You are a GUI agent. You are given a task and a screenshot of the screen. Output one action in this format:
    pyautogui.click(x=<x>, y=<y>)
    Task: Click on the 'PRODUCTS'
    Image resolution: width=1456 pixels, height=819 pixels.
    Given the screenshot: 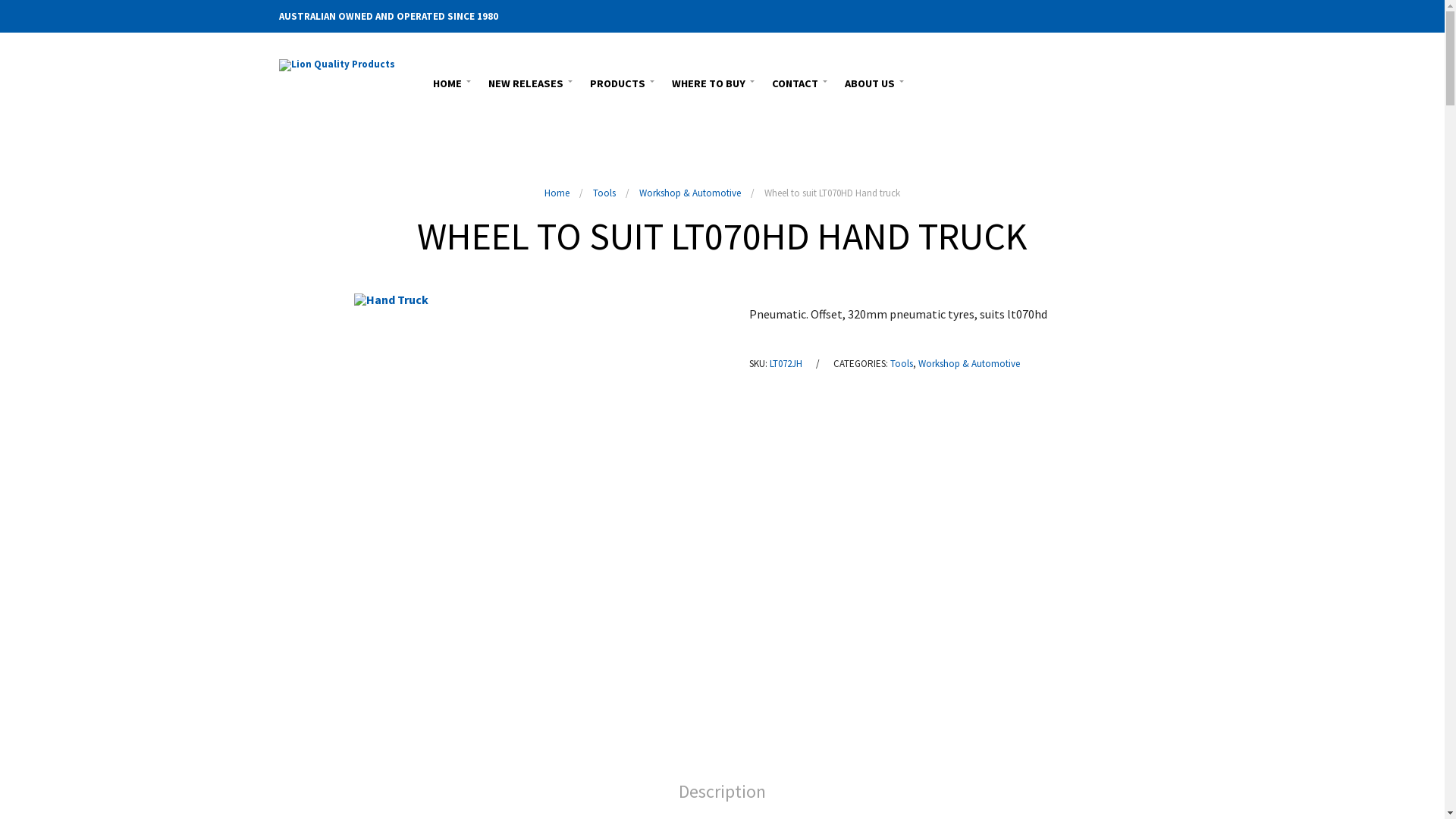 What is the action you would take?
    pyautogui.click(x=619, y=81)
    